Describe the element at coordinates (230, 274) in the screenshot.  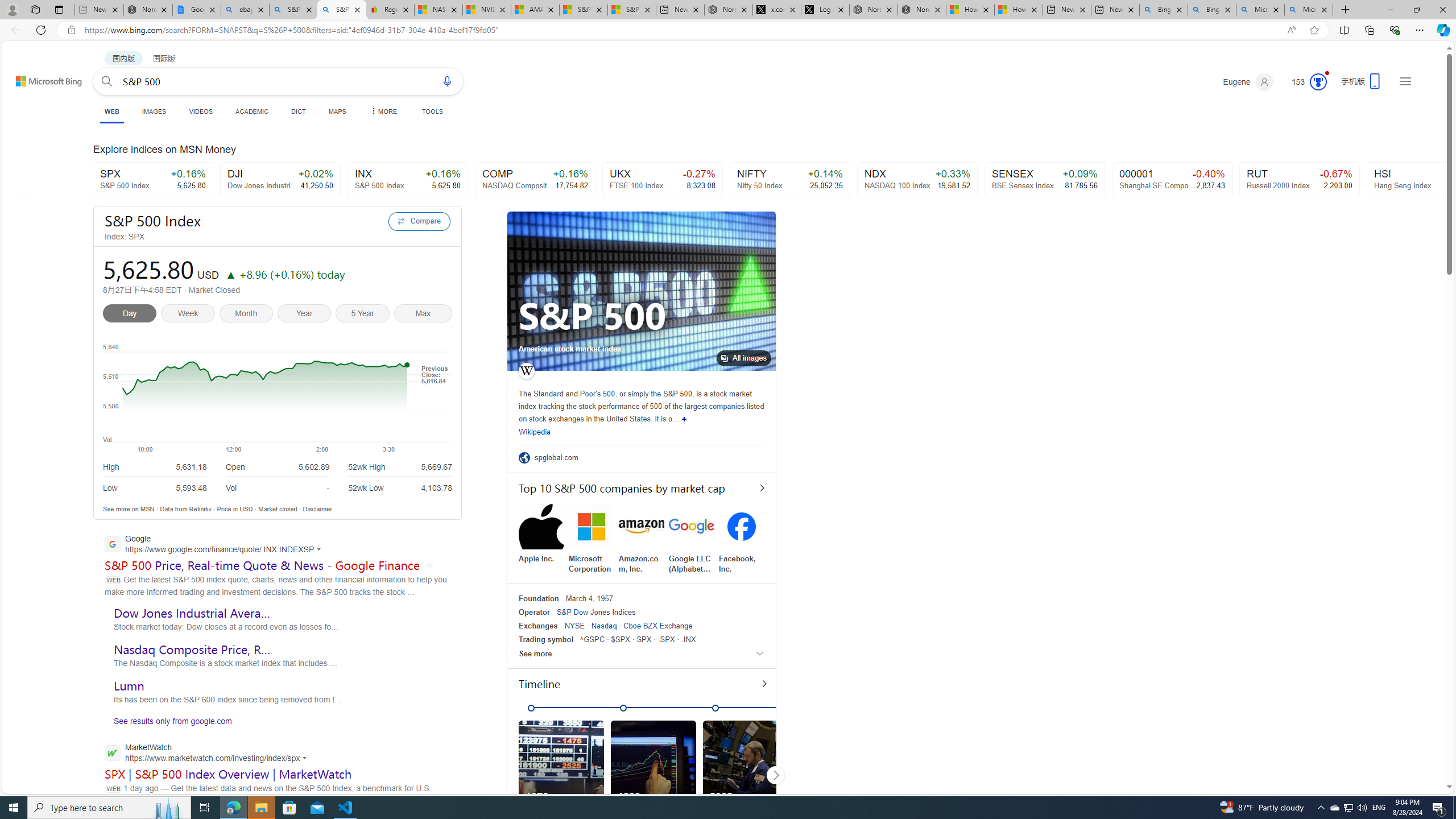
I see `'Price increase'` at that location.